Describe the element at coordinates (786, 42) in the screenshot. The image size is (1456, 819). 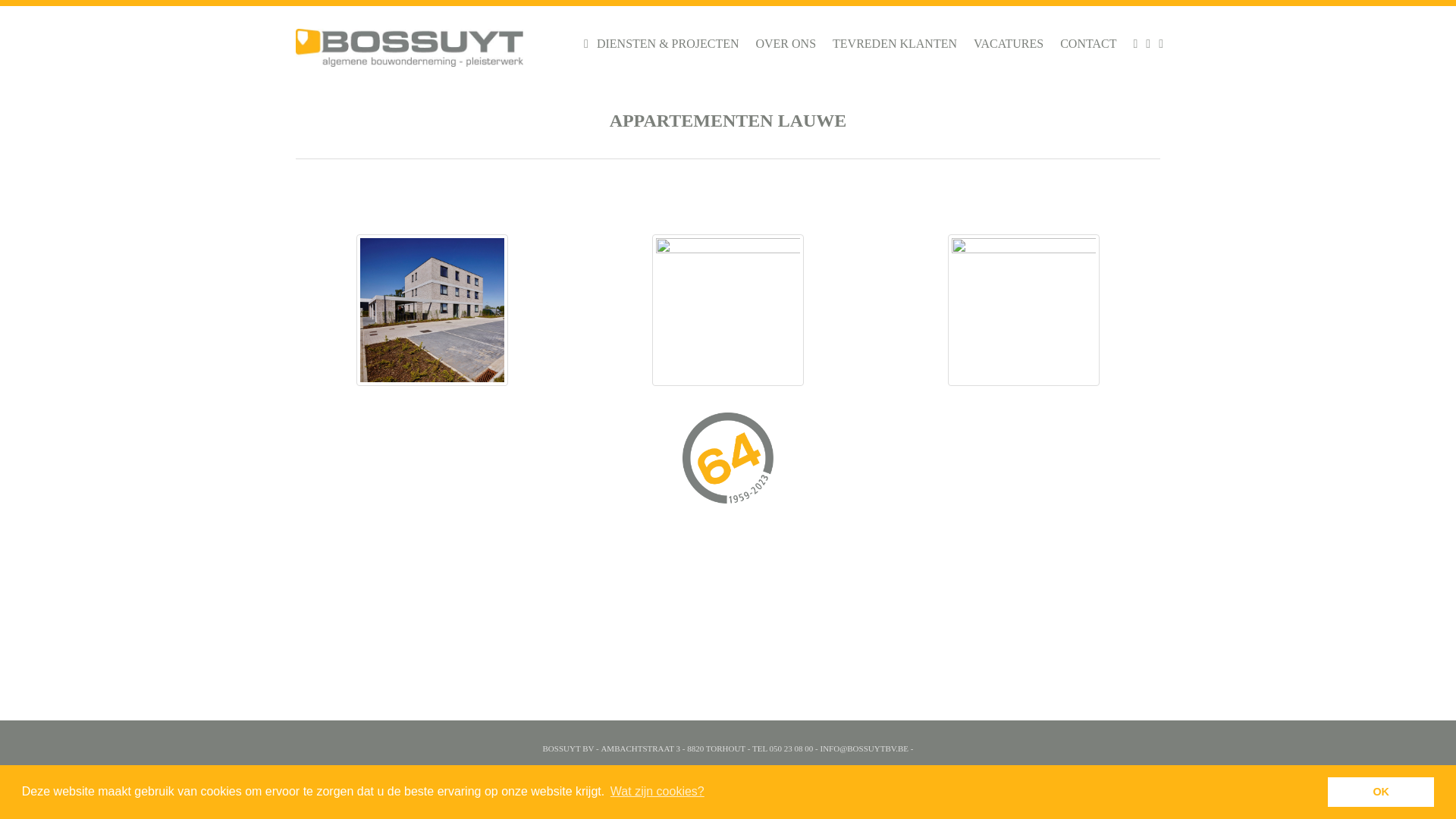
I see `'OVER ONS'` at that location.